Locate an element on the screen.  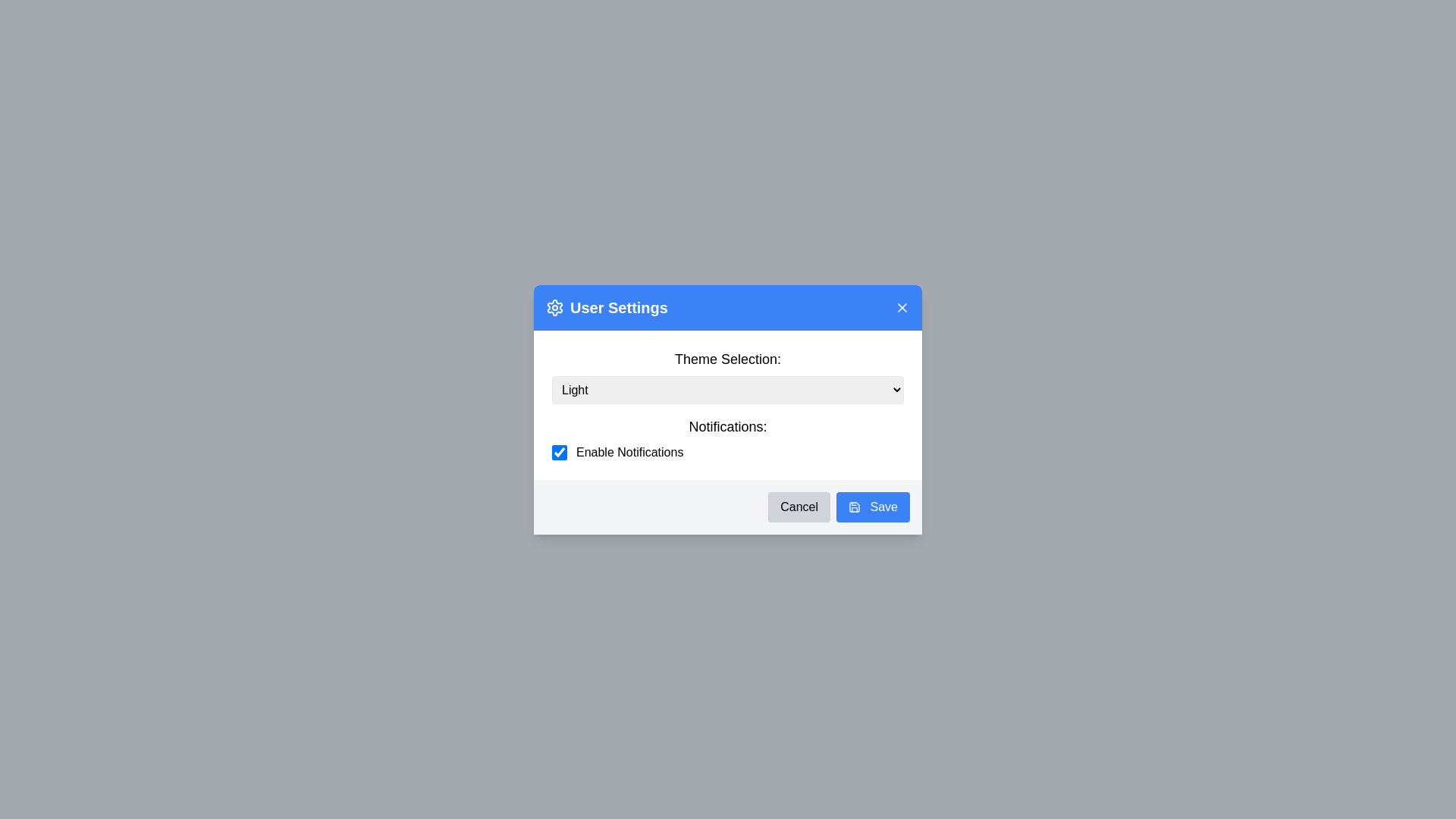
the 'Save' button with a blue background and white text, located at the bottom-right corner of the dialog box is located at coordinates (873, 507).